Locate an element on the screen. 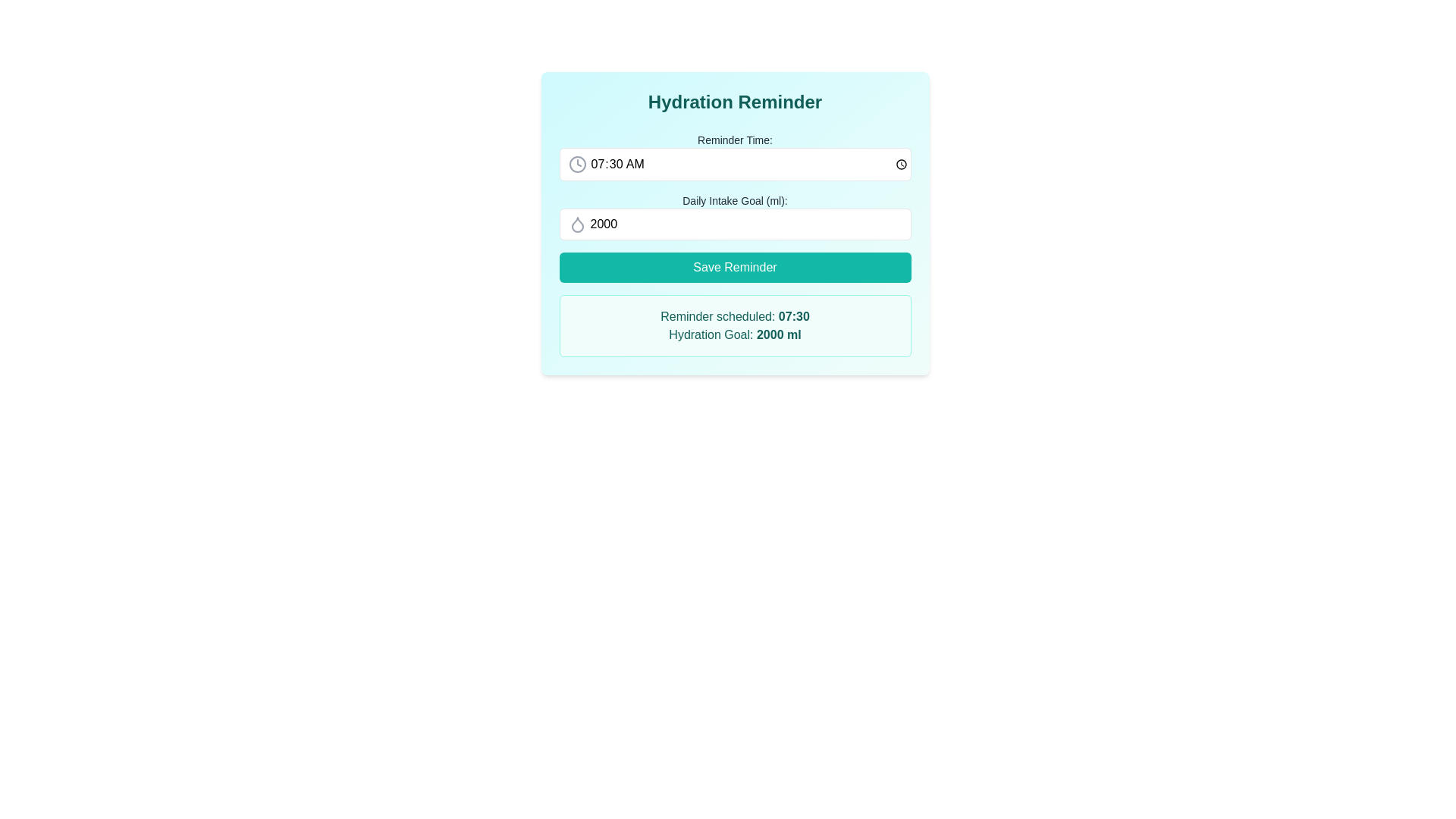 Image resolution: width=1456 pixels, height=819 pixels. label that indicates the daily intake goal in milliliters, which is centrally positioned between the 'Reminder Time:' label and the input field with a droplet icon is located at coordinates (735, 200).